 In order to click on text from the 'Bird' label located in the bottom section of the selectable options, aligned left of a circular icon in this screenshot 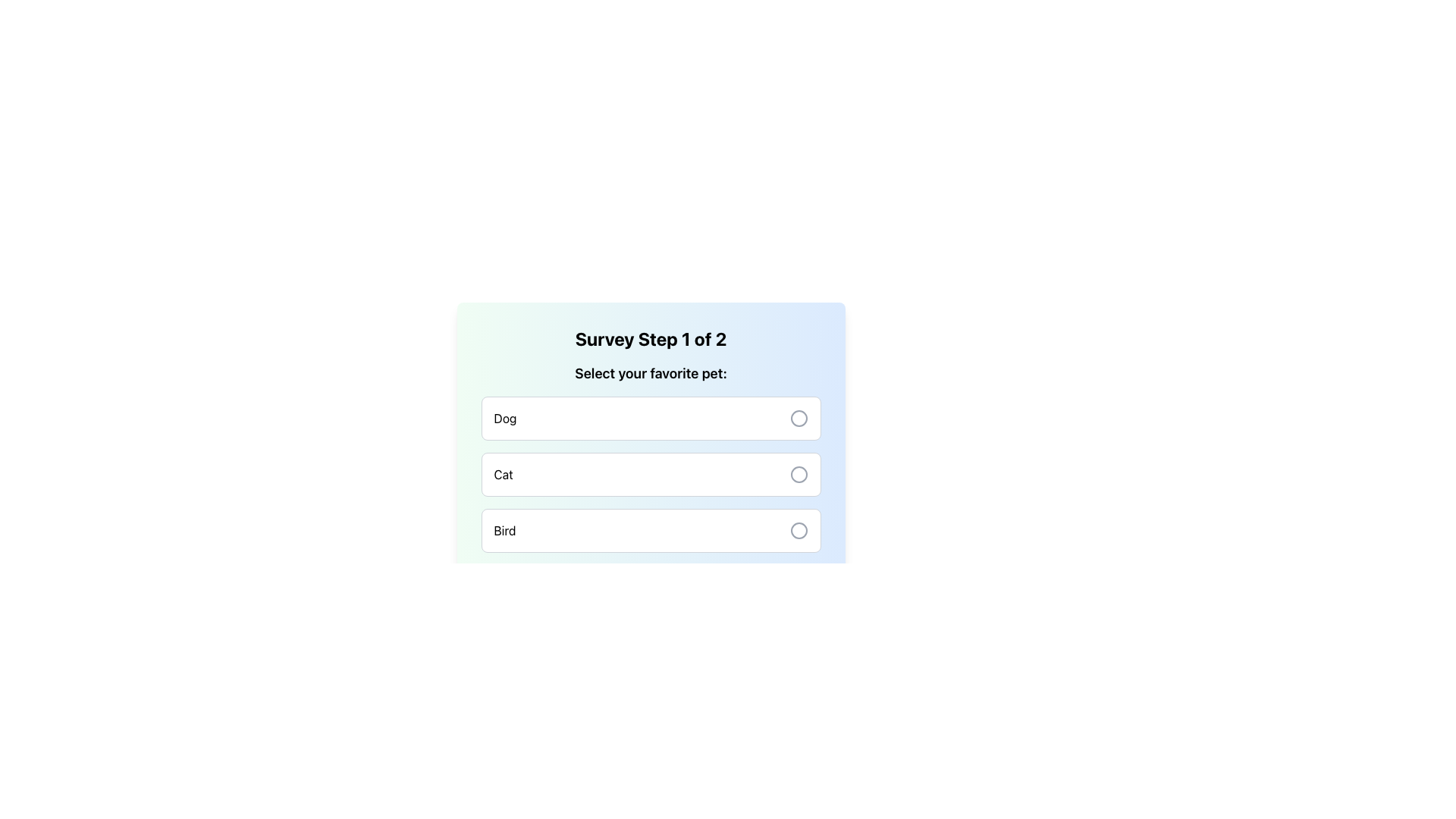, I will do `click(504, 529)`.